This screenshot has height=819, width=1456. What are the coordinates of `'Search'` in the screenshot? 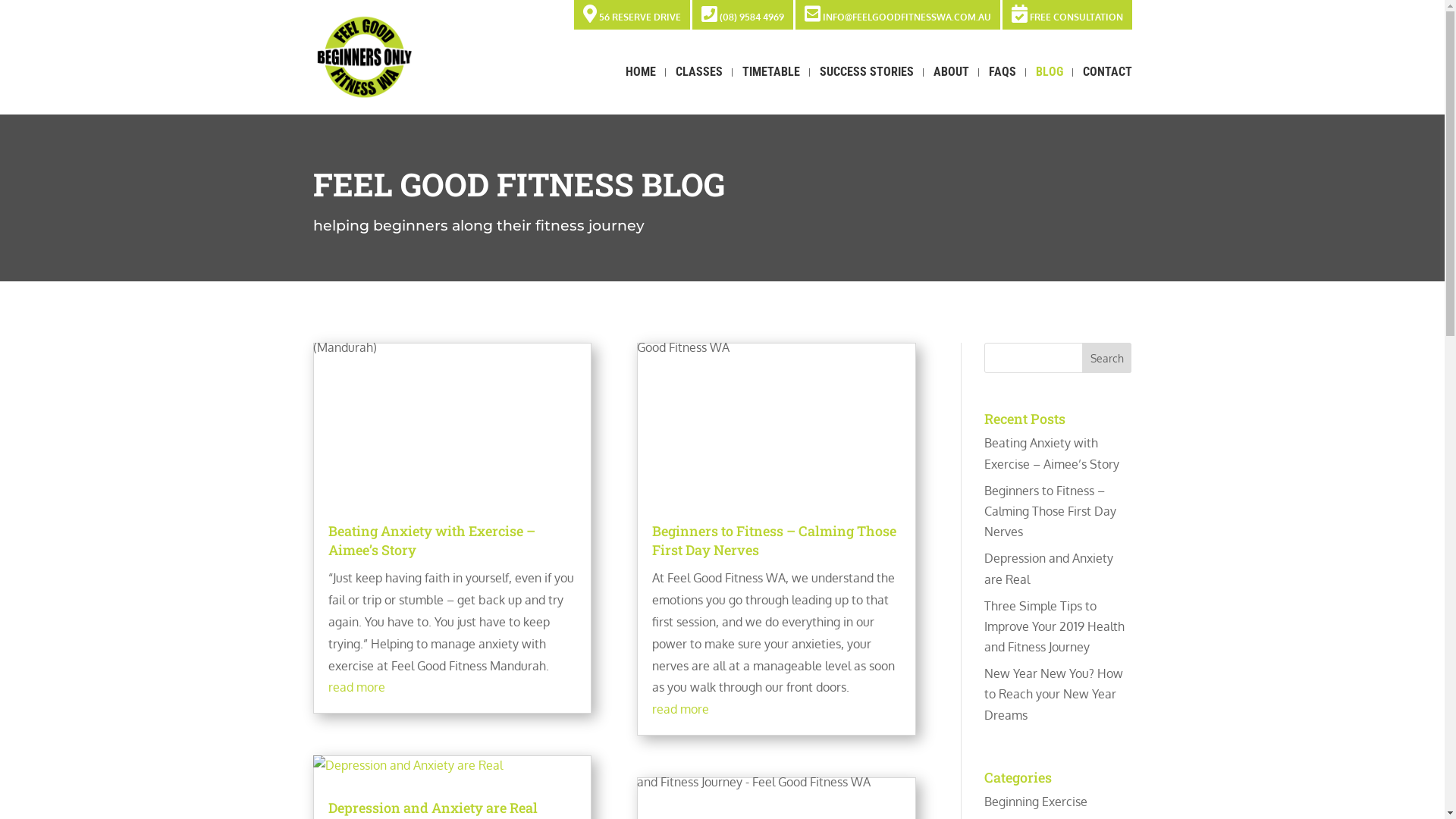 It's located at (1106, 357).